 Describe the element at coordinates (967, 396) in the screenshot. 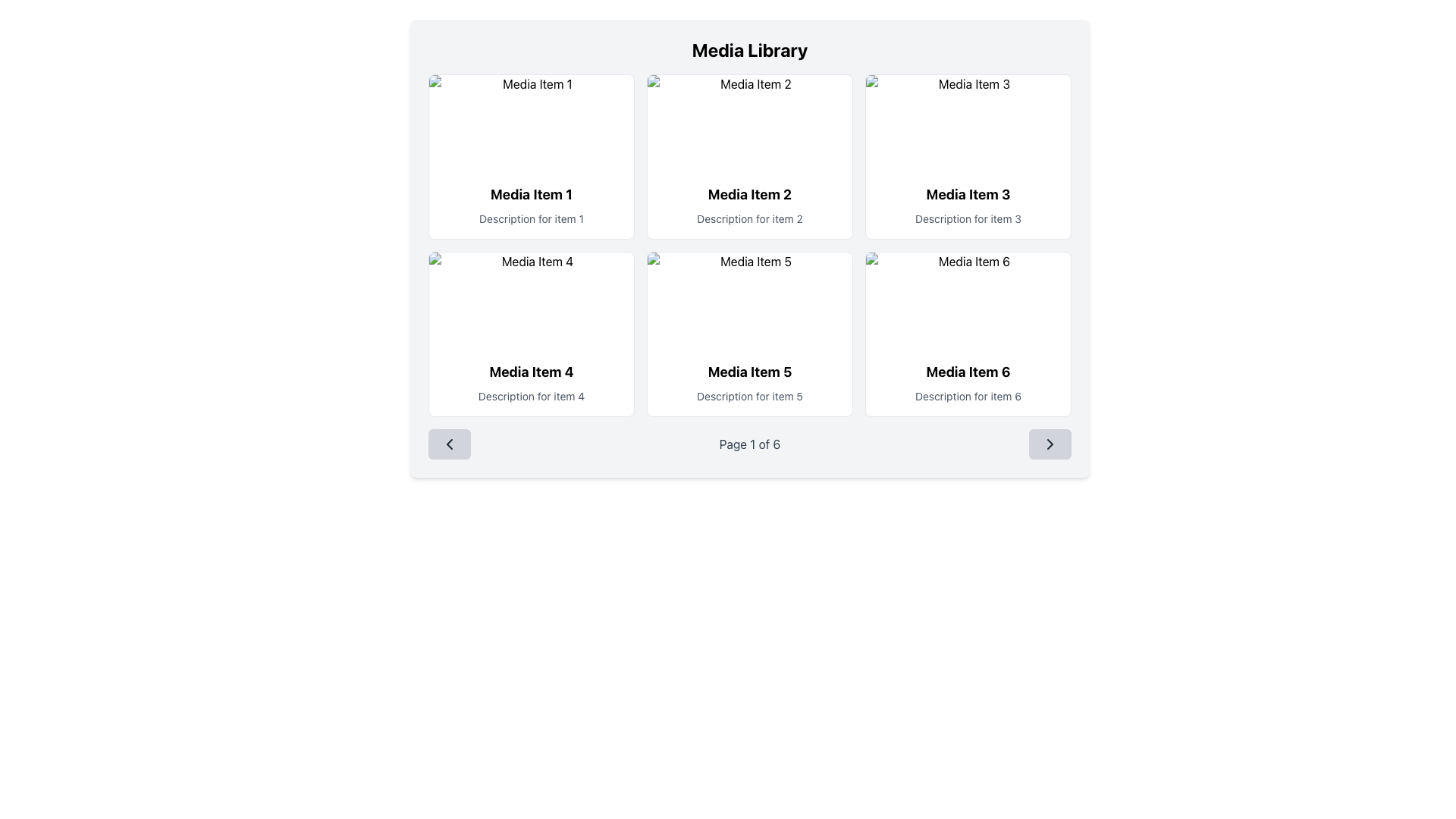

I see `the text providing additional information for the media item card titled 'Media Item 6' located in the last column of the second row of a 3x2 grid layout` at that location.